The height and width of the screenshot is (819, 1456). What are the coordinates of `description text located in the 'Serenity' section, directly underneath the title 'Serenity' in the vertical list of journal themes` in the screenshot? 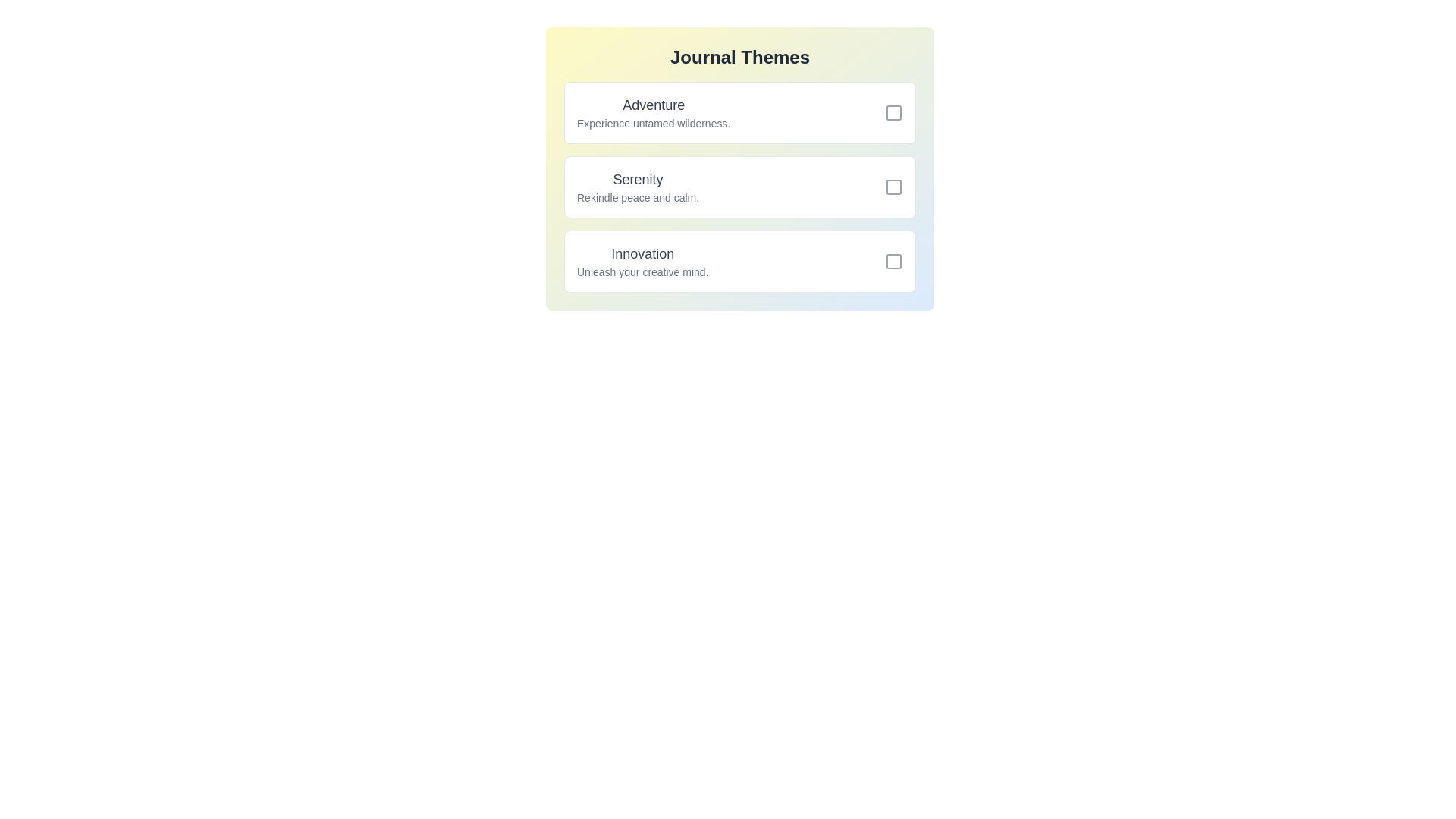 It's located at (638, 197).